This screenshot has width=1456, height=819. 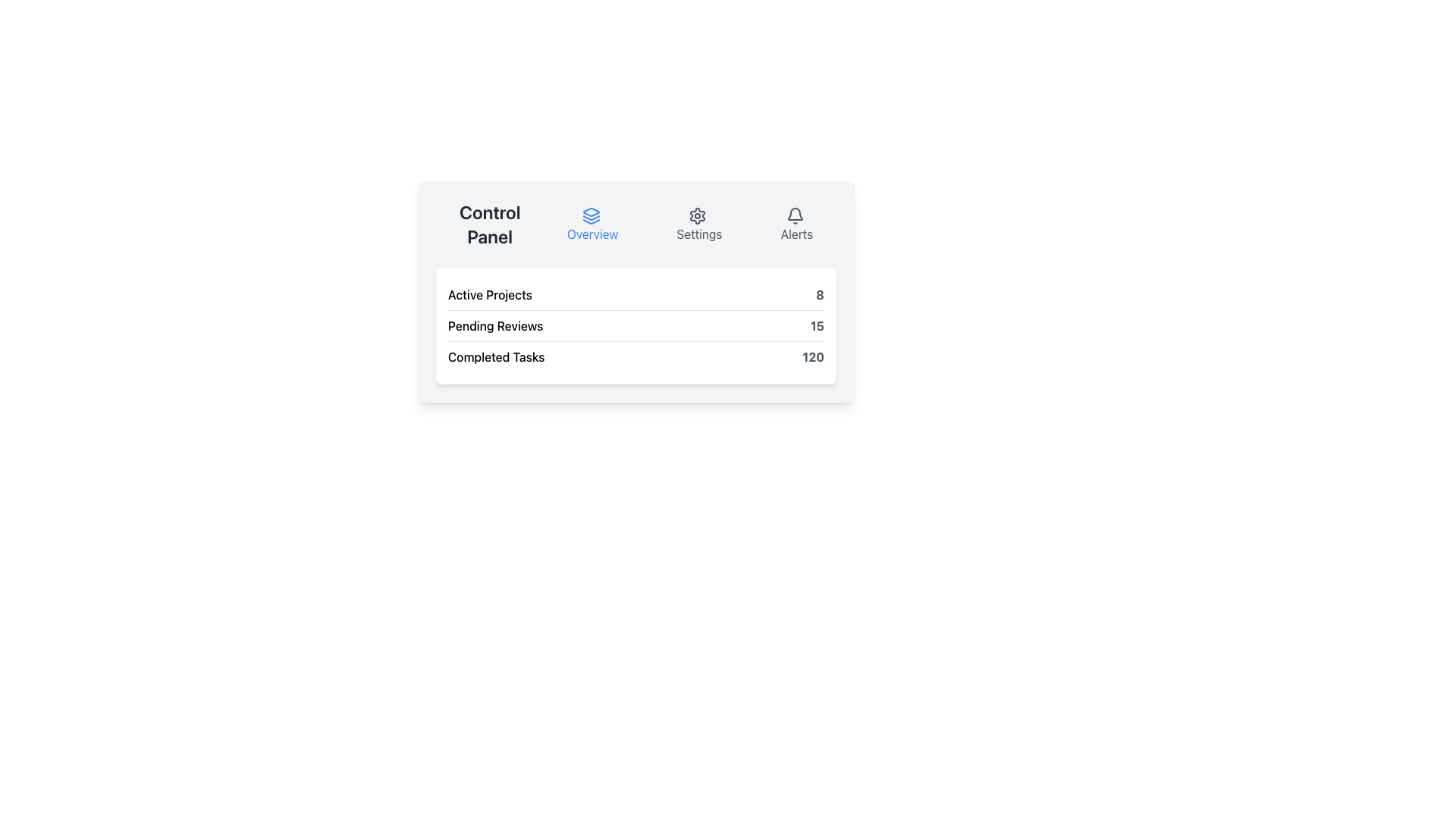 What do you see at coordinates (816, 325) in the screenshot?
I see `the bold, dark gray text label displaying the number '15' aligned to the right side of the row labeled 'Pending Reviews' in the Control Panel` at bounding box center [816, 325].